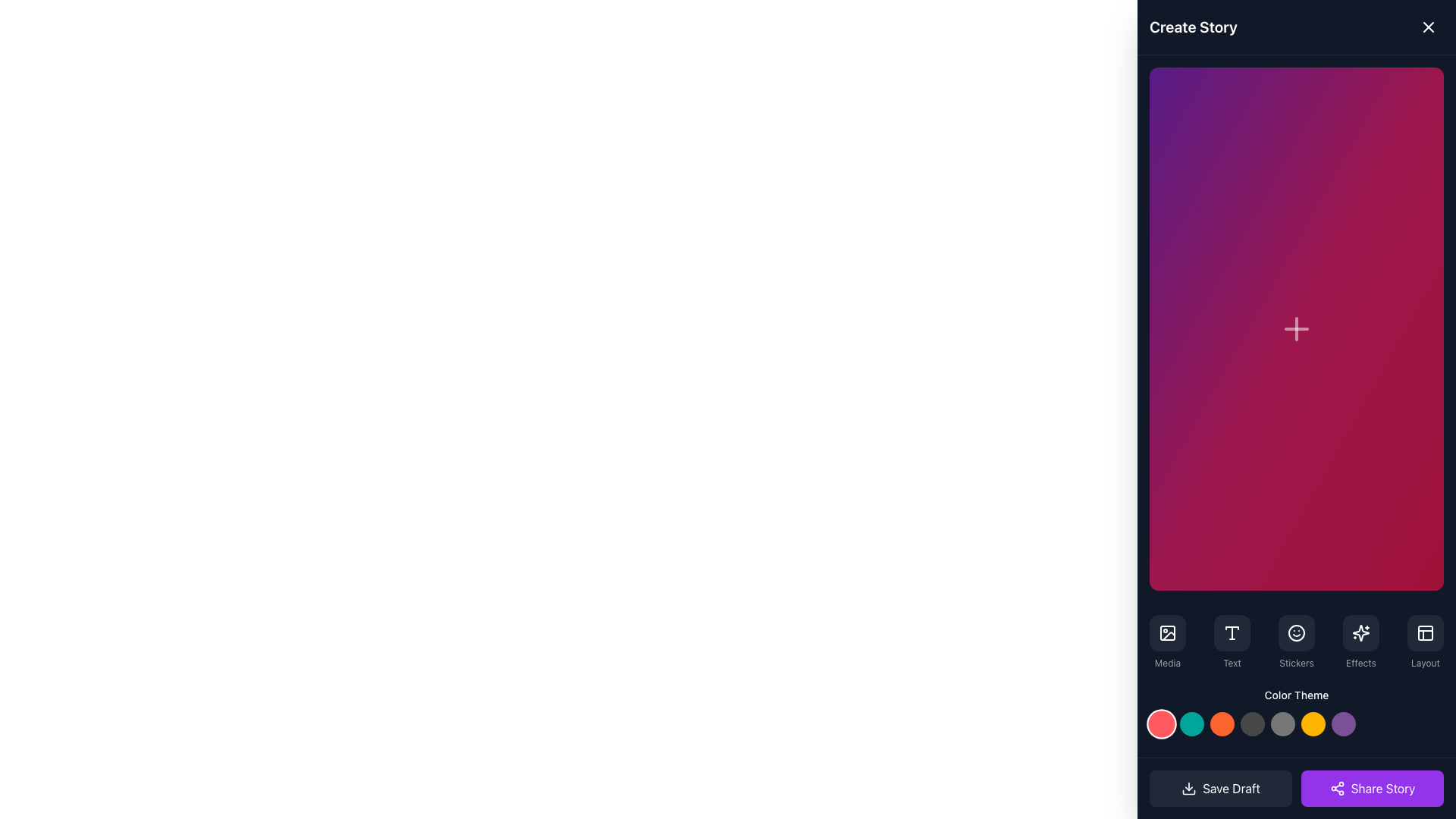 The width and height of the screenshot is (1456, 819). What do you see at coordinates (1252, 722) in the screenshot?
I see `the small circular dark grey button located in the 'Color Theme' section` at bounding box center [1252, 722].